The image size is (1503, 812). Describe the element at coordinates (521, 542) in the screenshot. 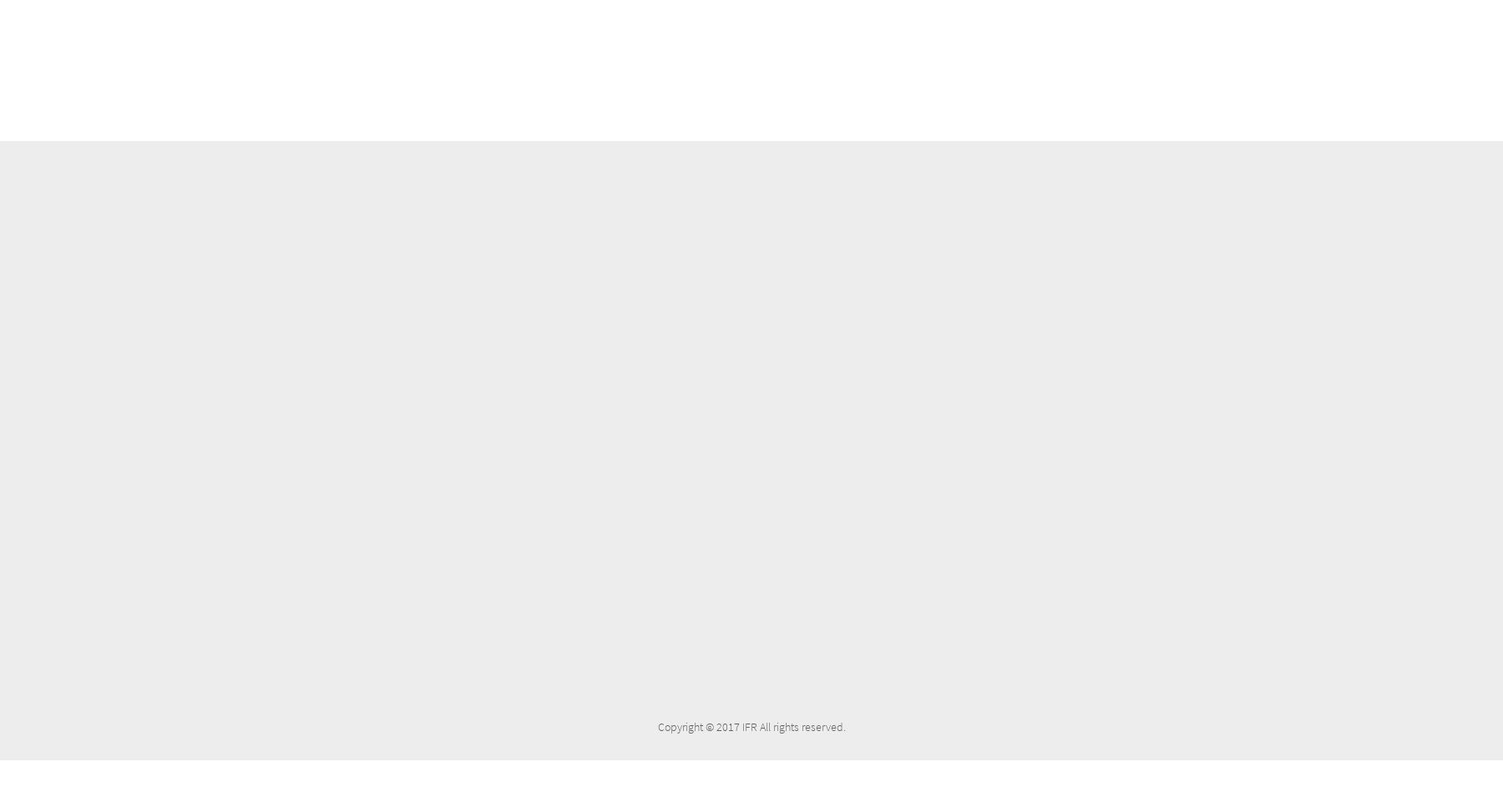

I see `'How the cloud levels the playing field for small and midsize businesses.'` at that location.